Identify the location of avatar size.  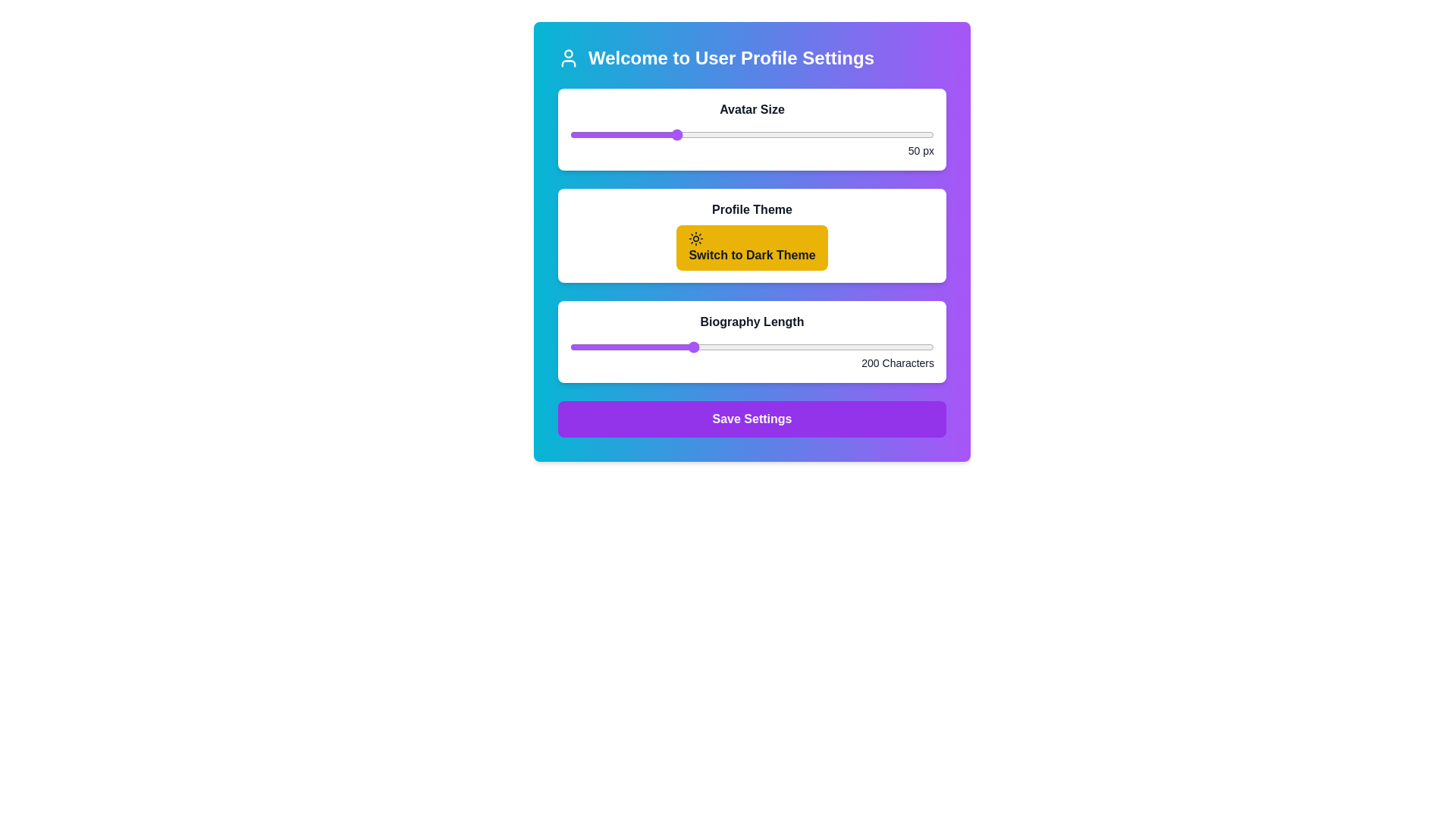
(585, 133).